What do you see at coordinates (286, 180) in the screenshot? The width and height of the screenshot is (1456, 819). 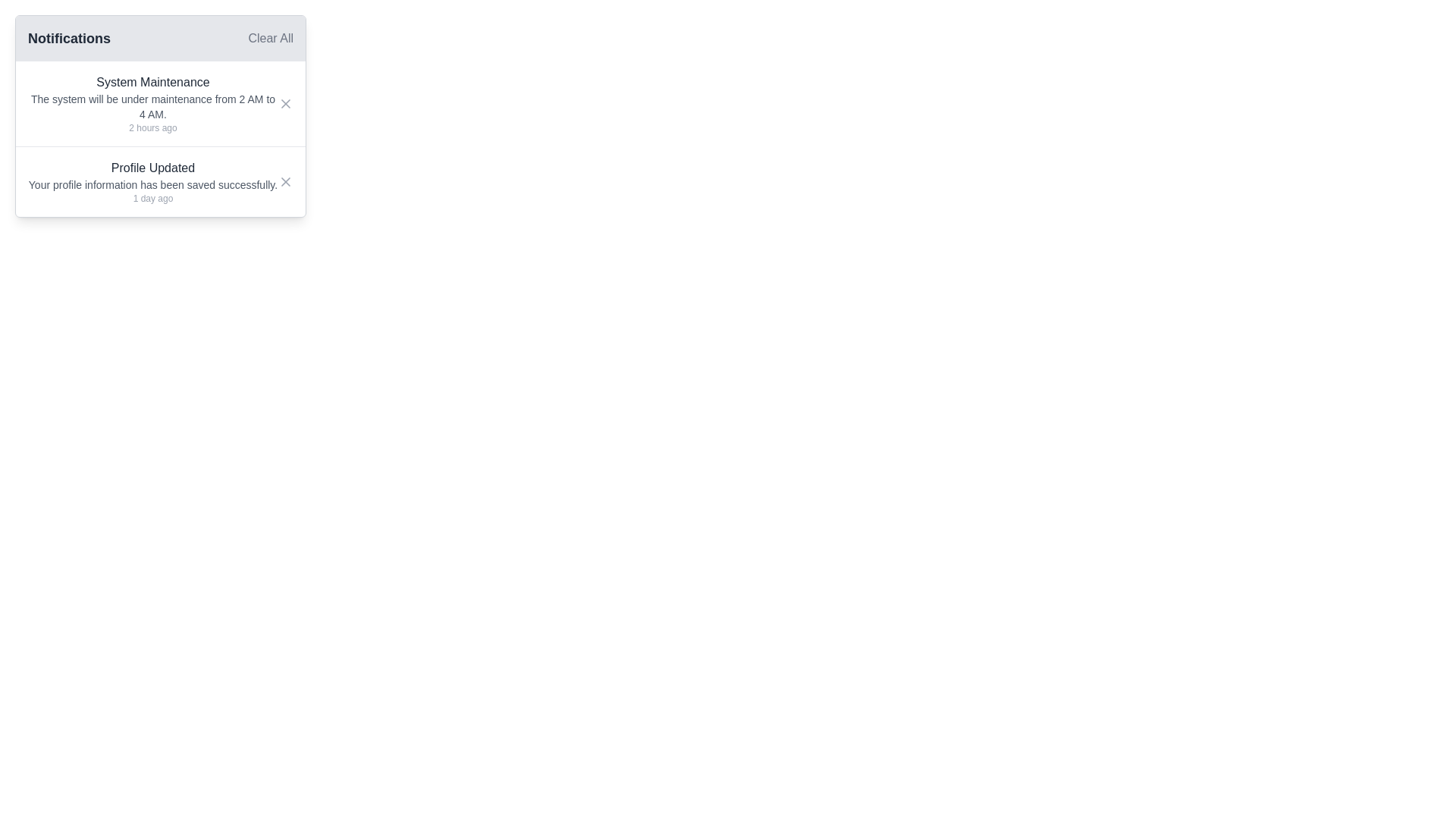 I see `the dismiss button represented by a black 'X' mark located in the second notification item of the notification panel` at bounding box center [286, 180].